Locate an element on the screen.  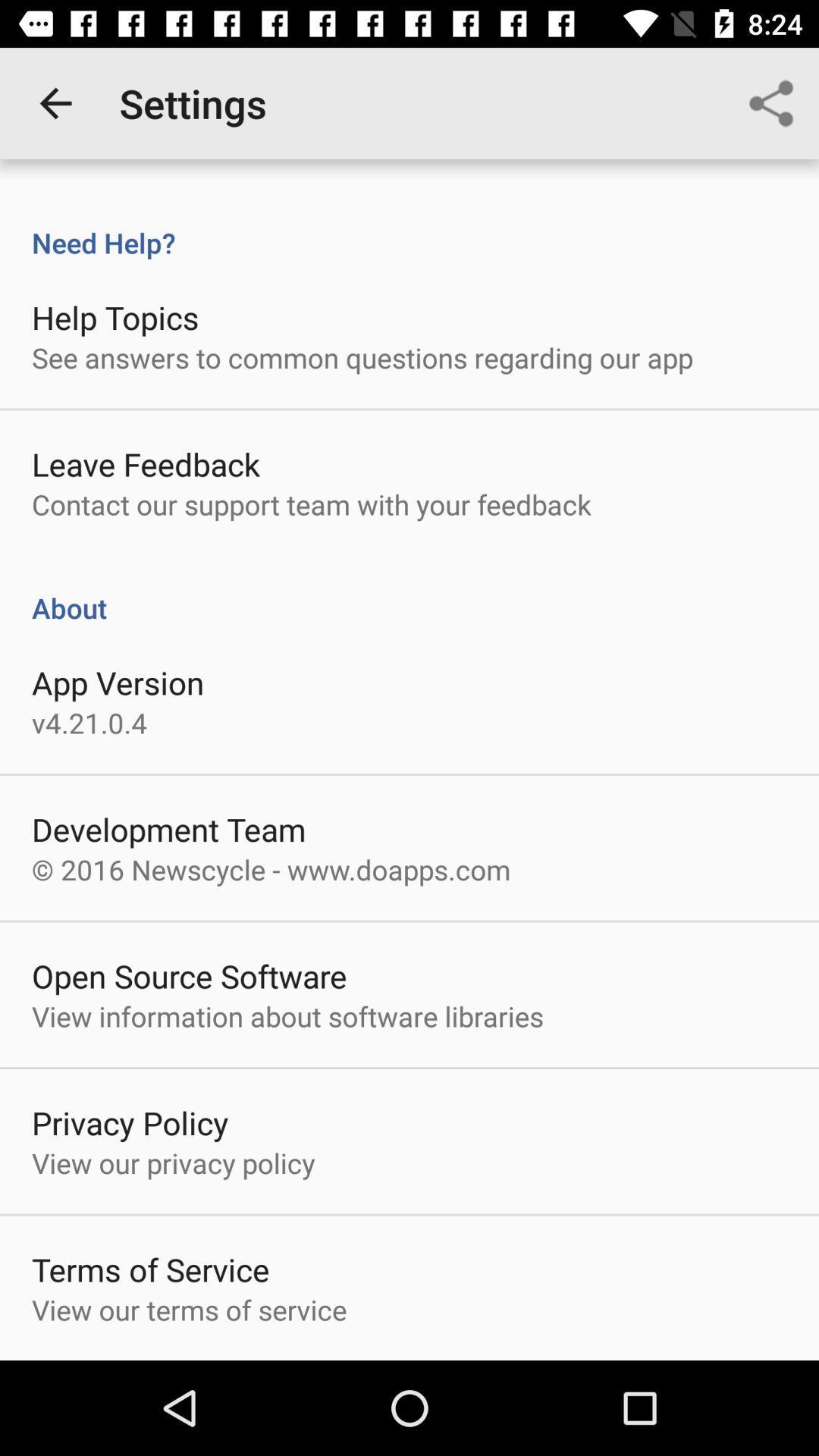
the icon below the need help? is located at coordinates (115, 316).